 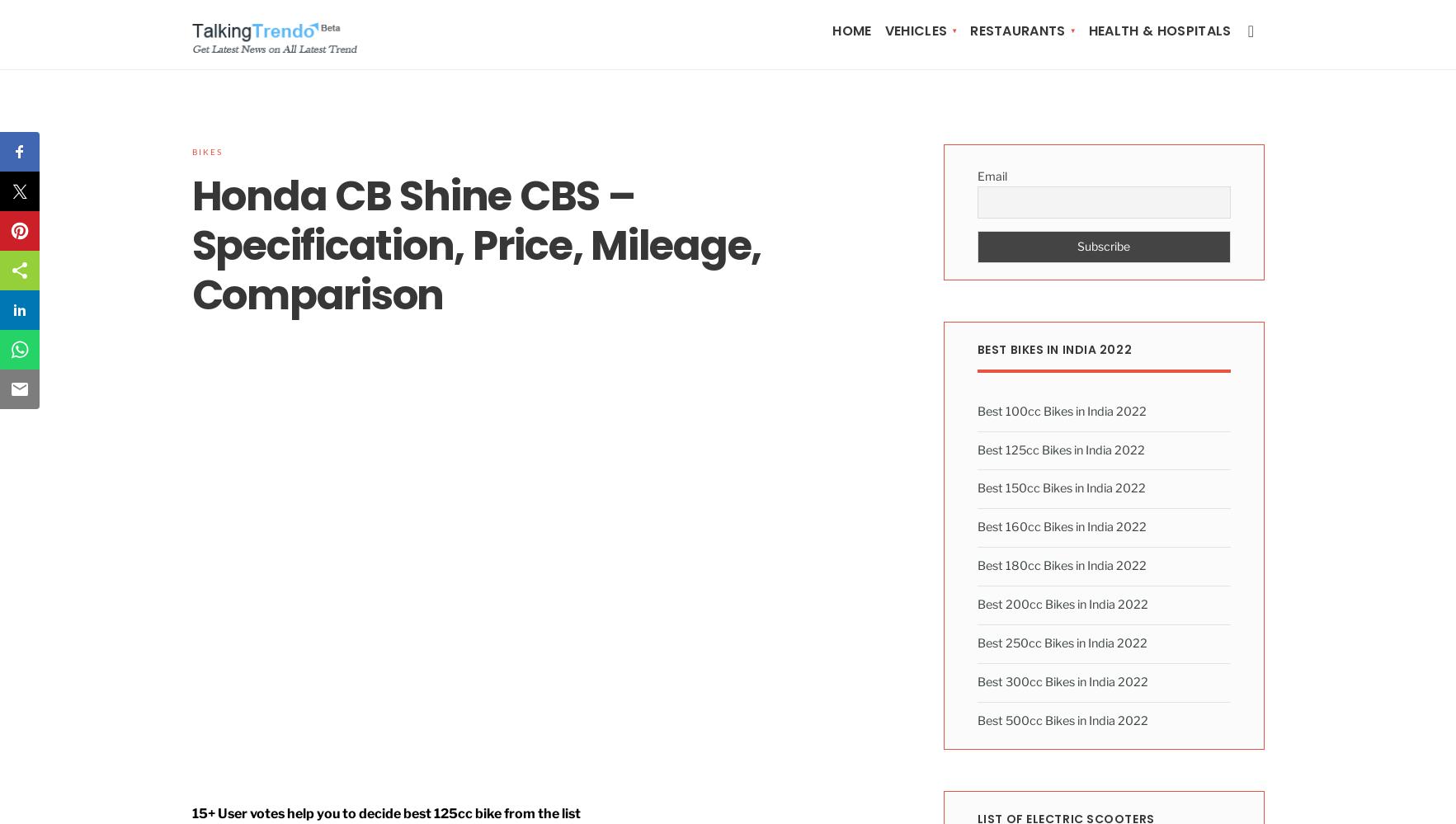 What do you see at coordinates (1054, 347) in the screenshot?
I see `'Best Bikes in India 2022'` at bounding box center [1054, 347].